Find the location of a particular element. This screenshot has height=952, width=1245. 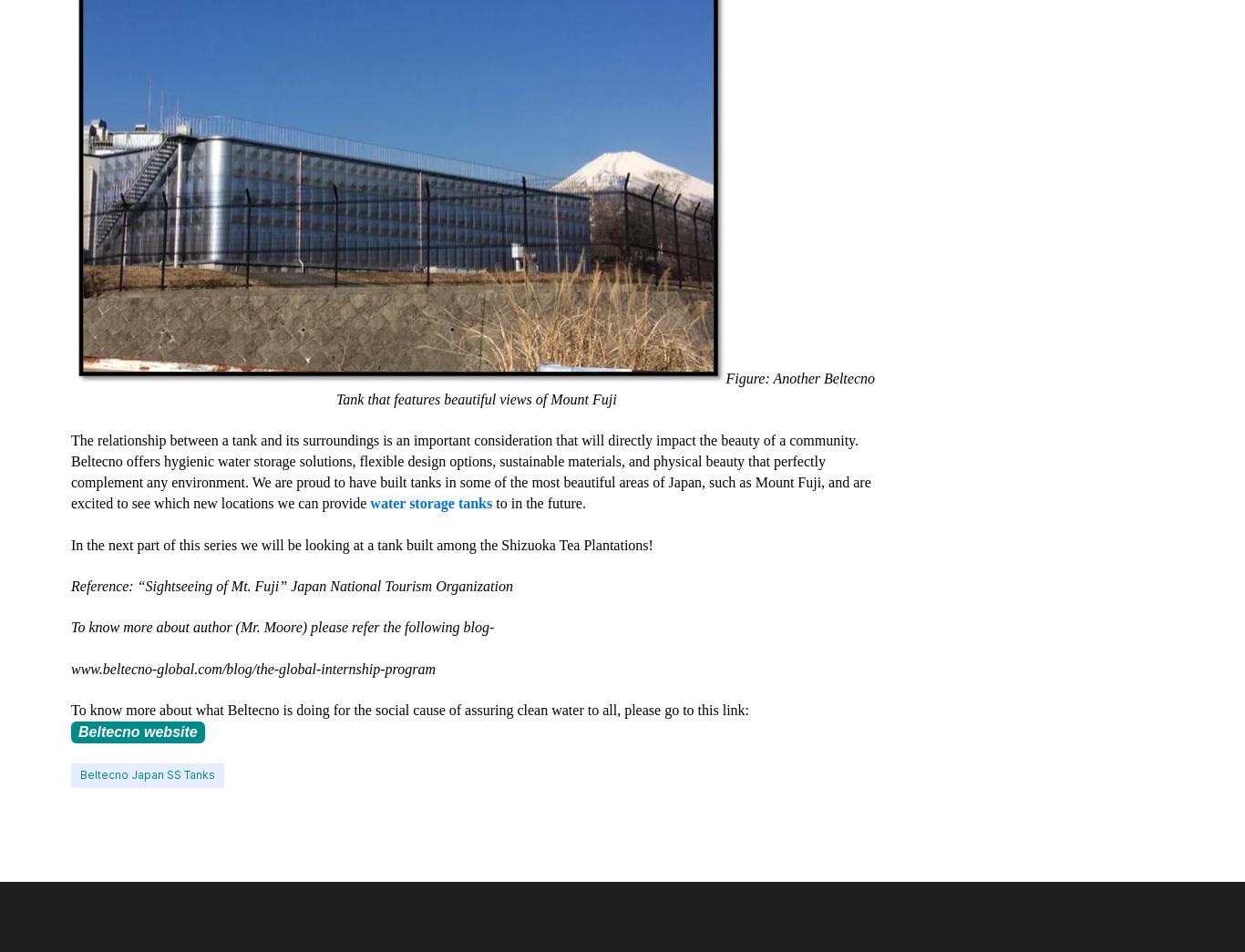

'Reference:' is located at coordinates (104, 586).